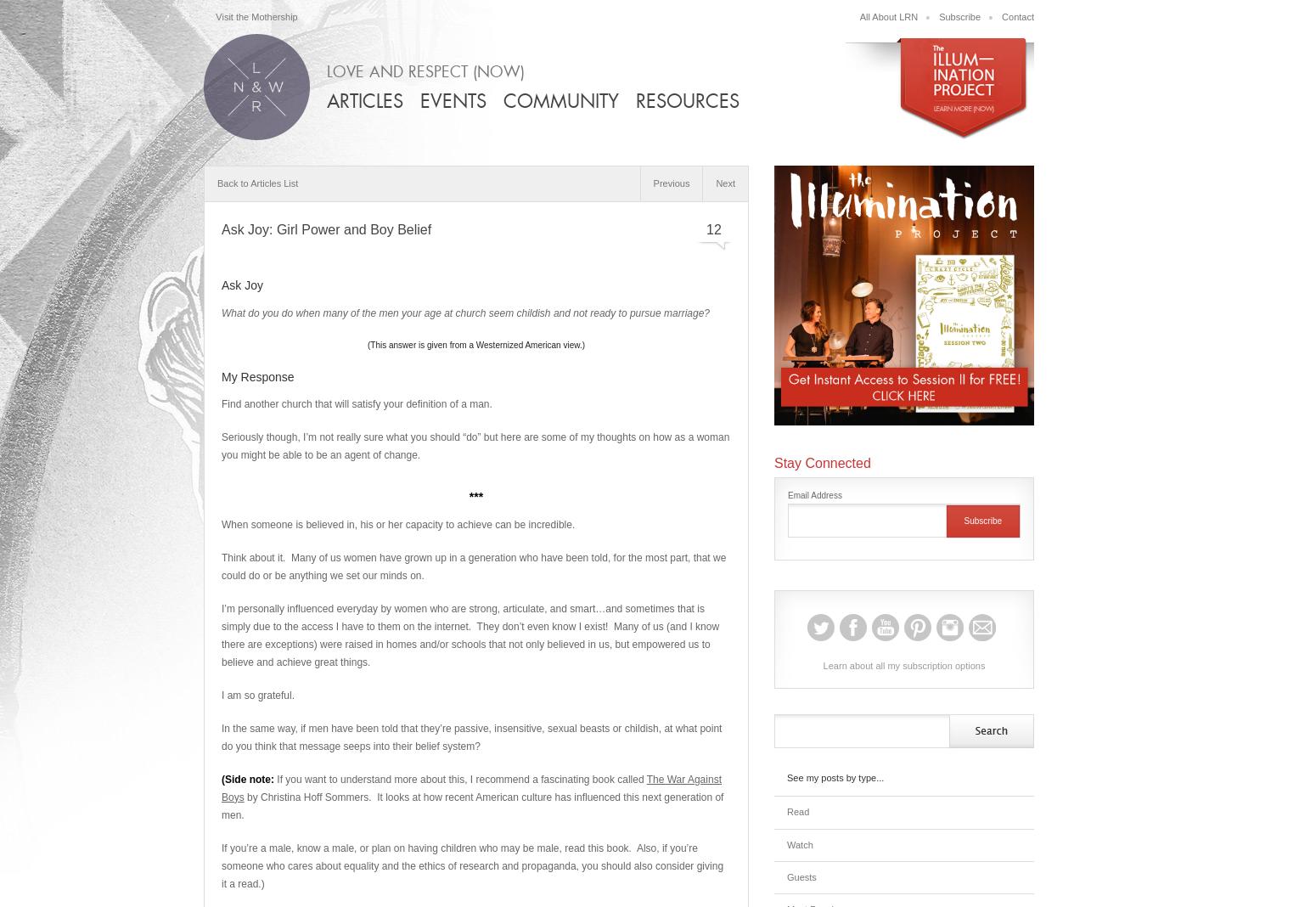 This screenshot has width=1316, height=907. Describe the element at coordinates (257, 693) in the screenshot. I see `'I am so grateful.'` at that location.